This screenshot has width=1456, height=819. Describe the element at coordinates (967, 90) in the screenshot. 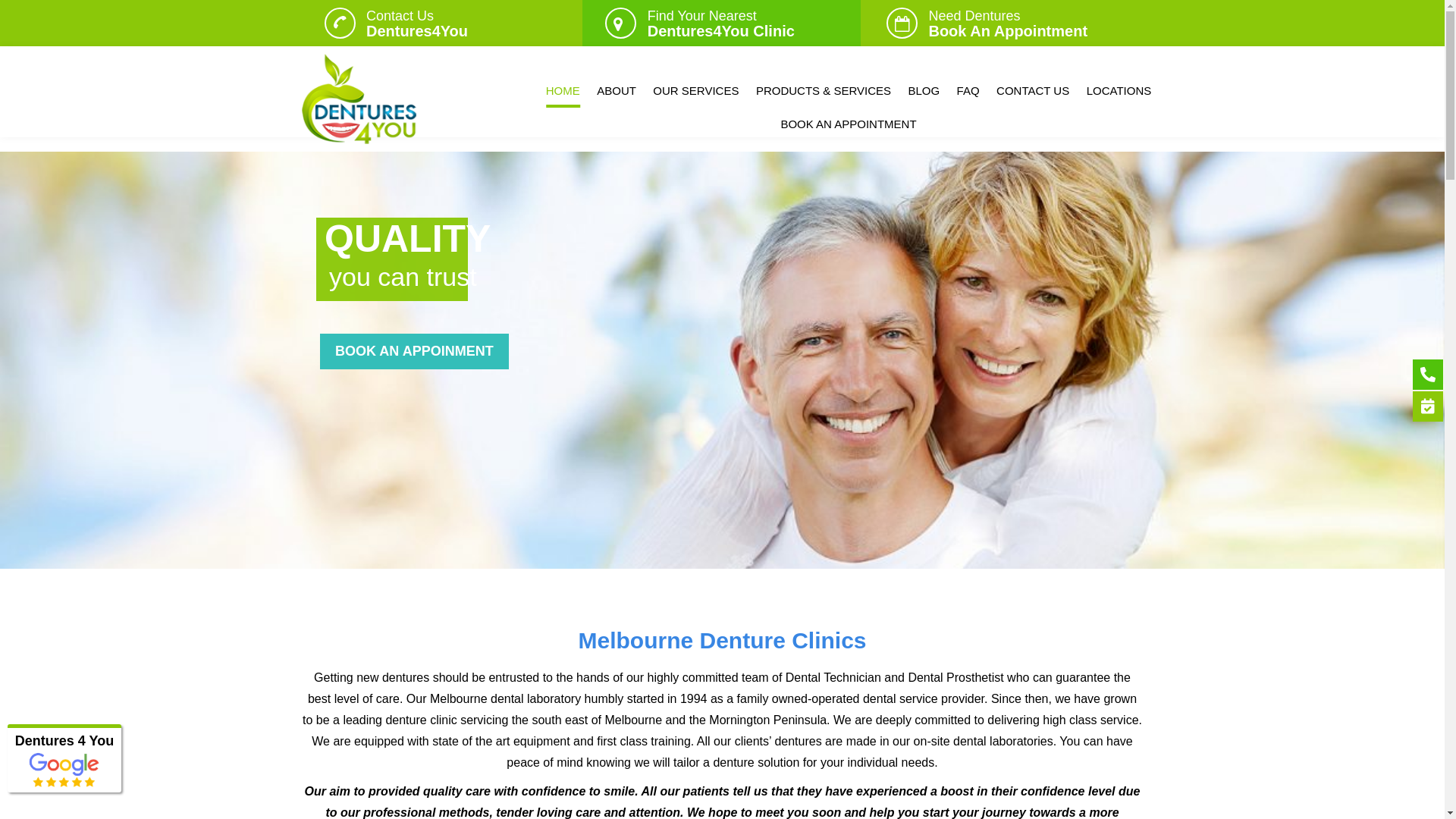

I see `'FAQ'` at that location.